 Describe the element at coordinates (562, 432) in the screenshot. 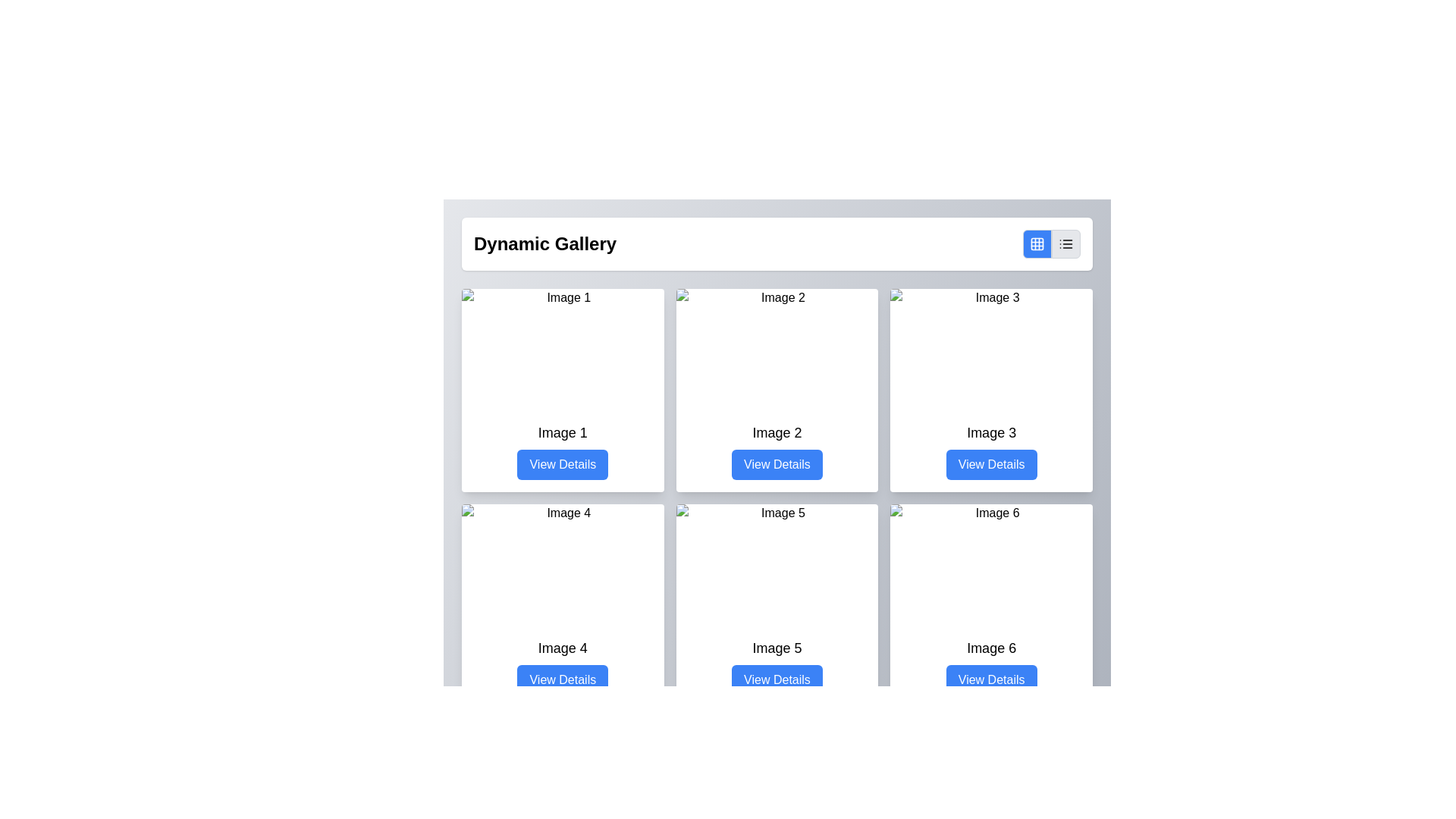

I see `the text label displaying 'Image 1' in bold font, located in the top-left card of a 3x2 grid layout` at that location.